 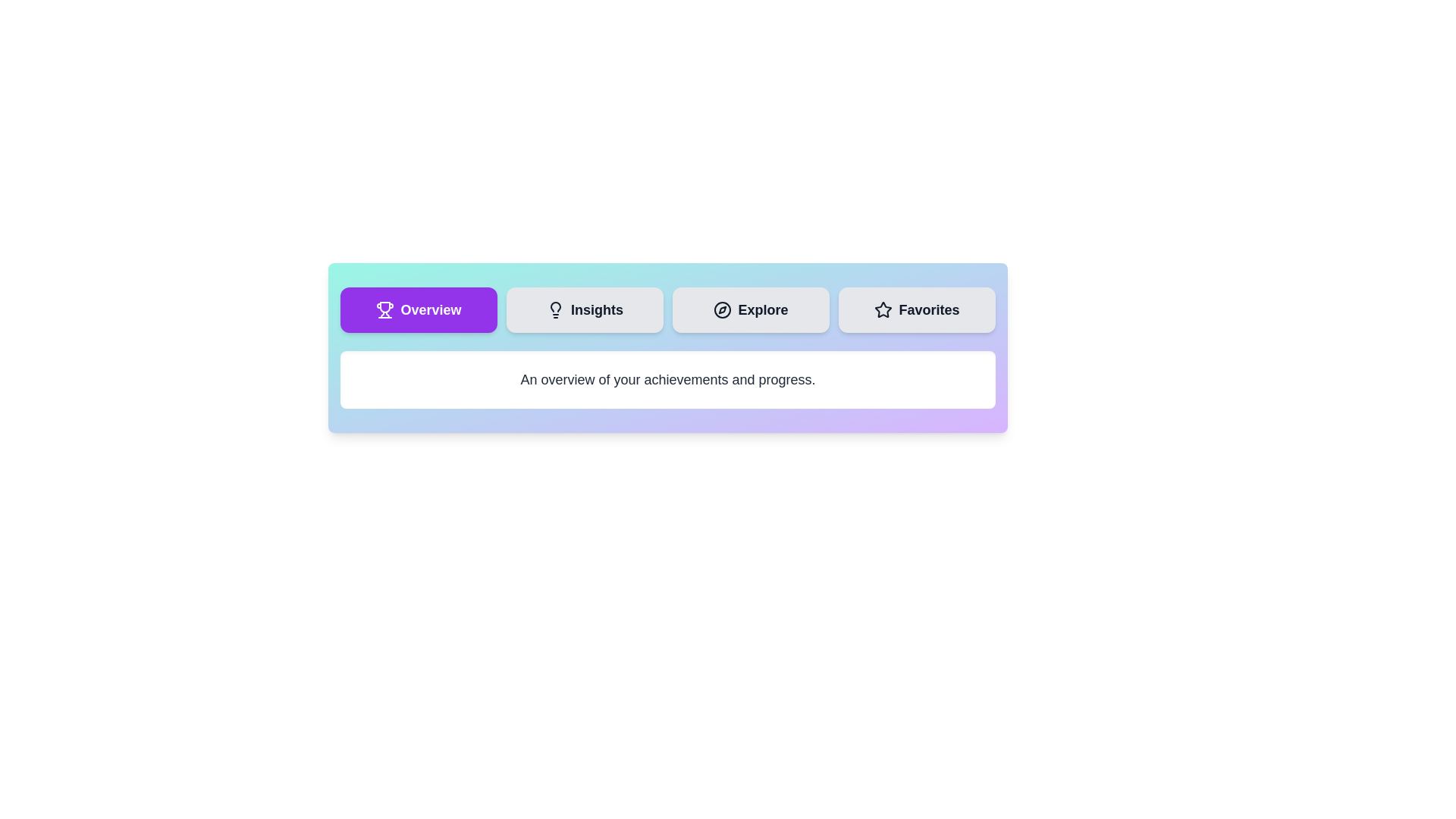 What do you see at coordinates (419, 309) in the screenshot?
I see `the Overview tab to view its content` at bounding box center [419, 309].